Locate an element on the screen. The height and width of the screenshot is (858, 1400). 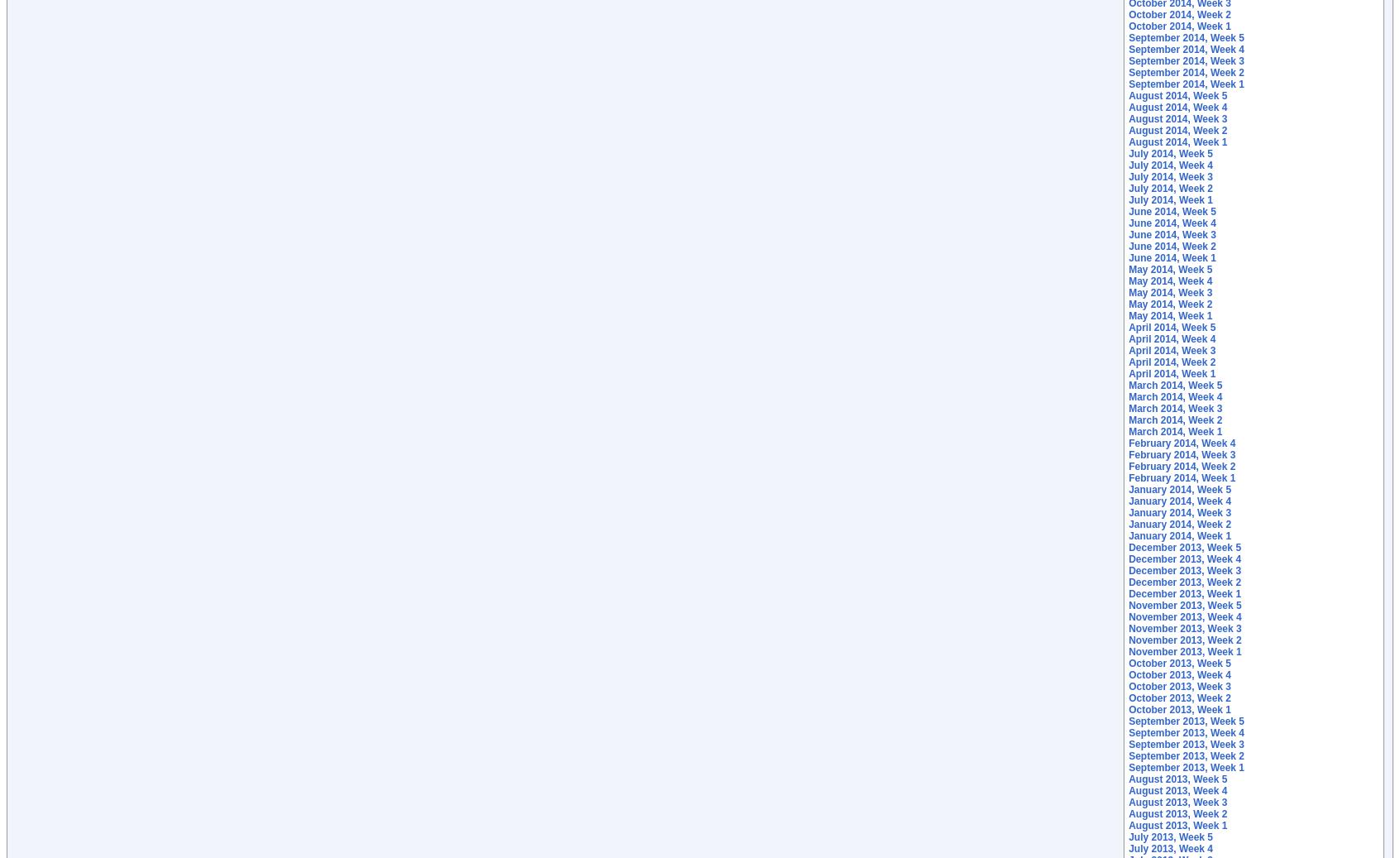
'June 2014, Week 3' is located at coordinates (1172, 234).